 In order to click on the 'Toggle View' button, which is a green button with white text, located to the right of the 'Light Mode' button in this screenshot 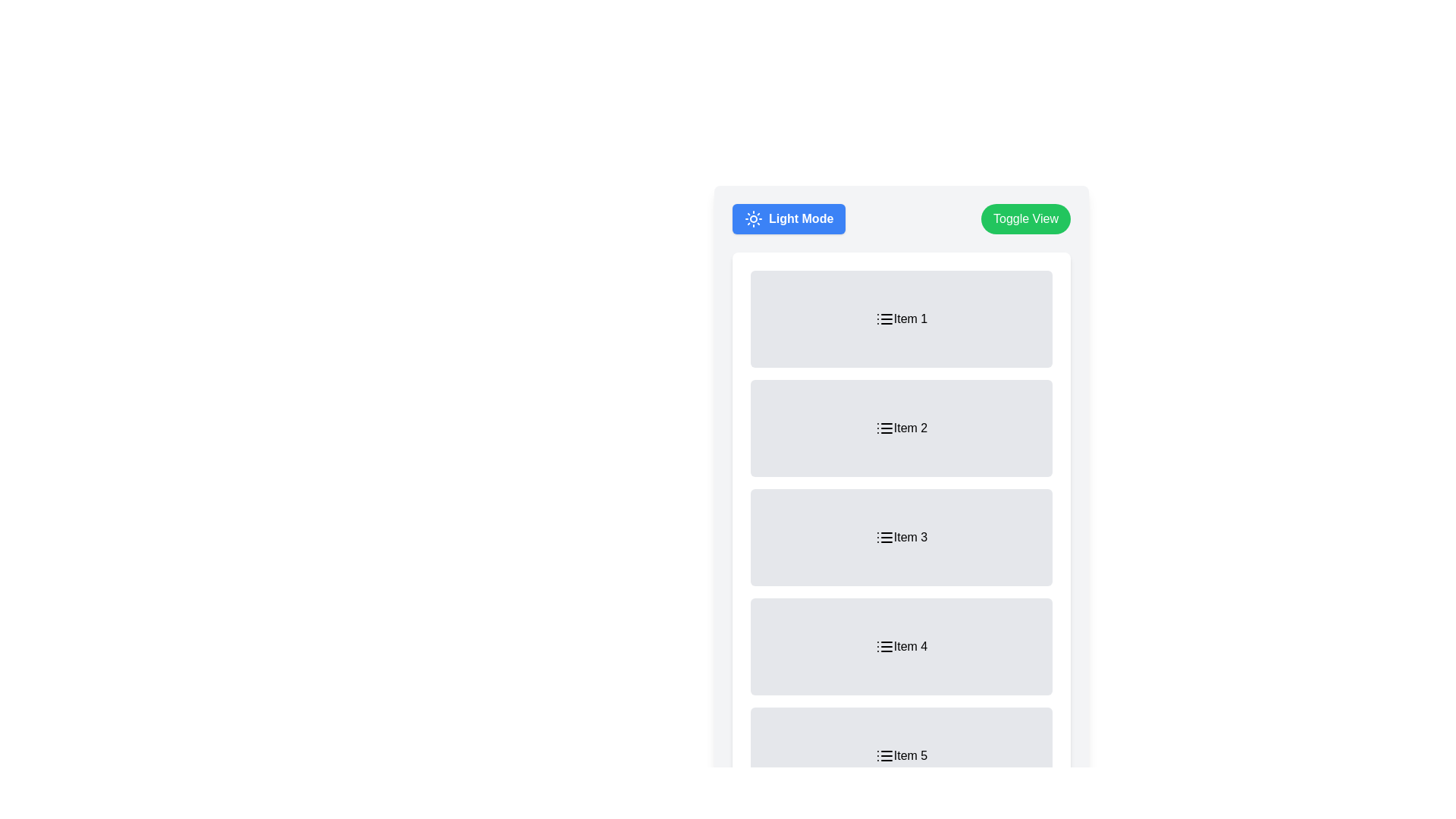, I will do `click(1026, 219)`.